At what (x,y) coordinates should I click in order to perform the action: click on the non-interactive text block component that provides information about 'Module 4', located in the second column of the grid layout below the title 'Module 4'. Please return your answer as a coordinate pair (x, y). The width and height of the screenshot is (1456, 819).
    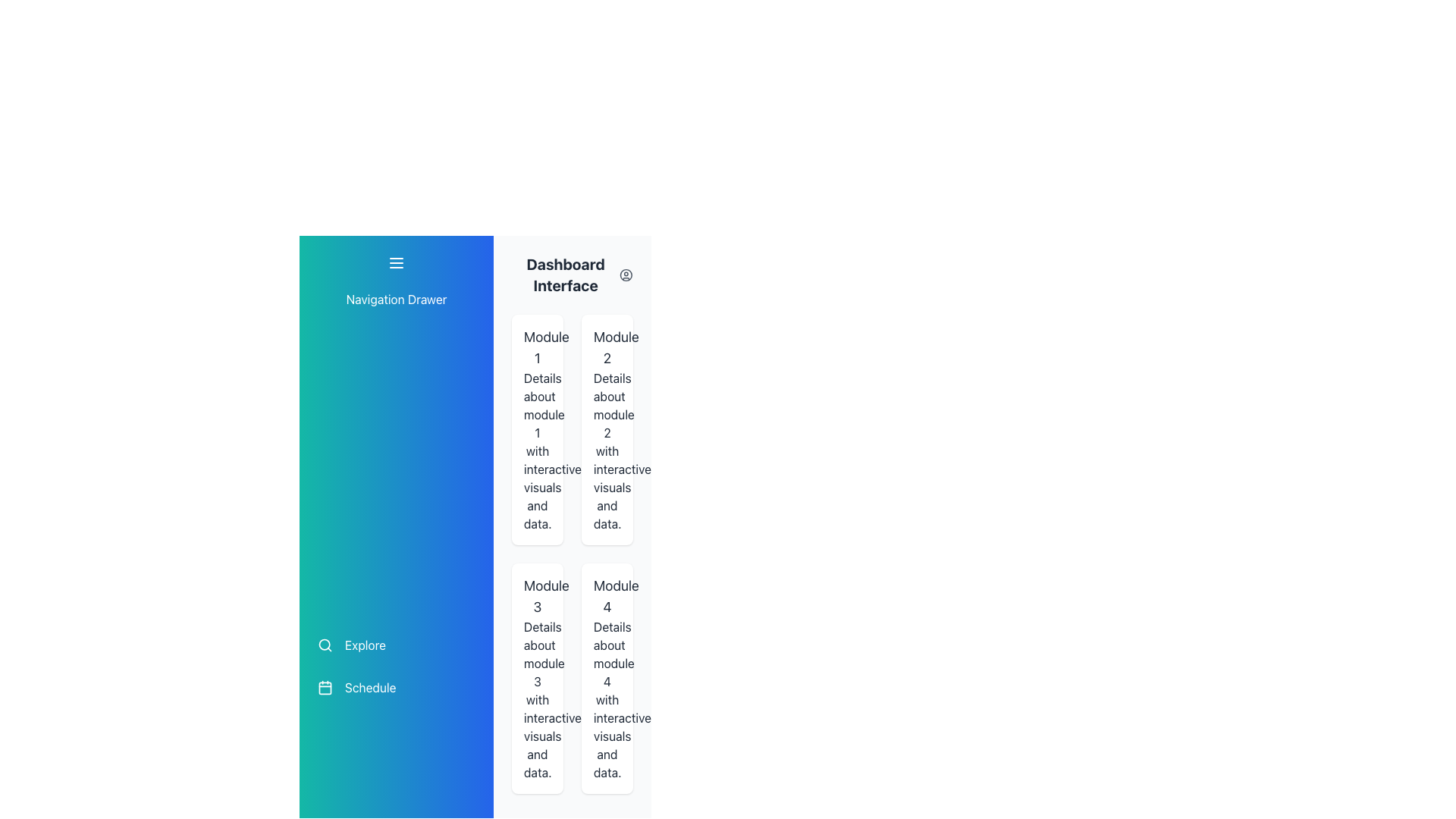
    Looking at the image, I should click on (607, 699).